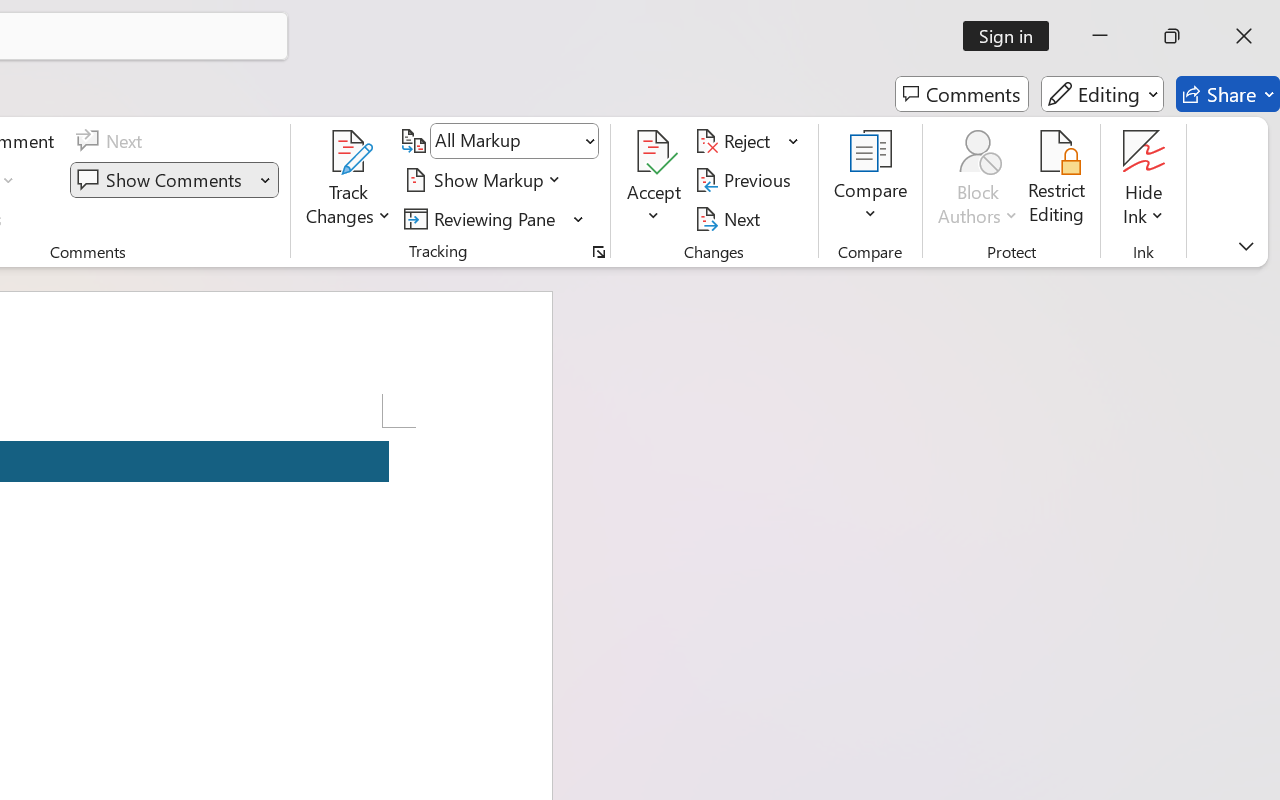 Image resolution: width=1280 pixels, height=800 pixels. Describe the element at coordinates (1144, 179) in the screenshot. I see `'Hide Ink'` at that location.